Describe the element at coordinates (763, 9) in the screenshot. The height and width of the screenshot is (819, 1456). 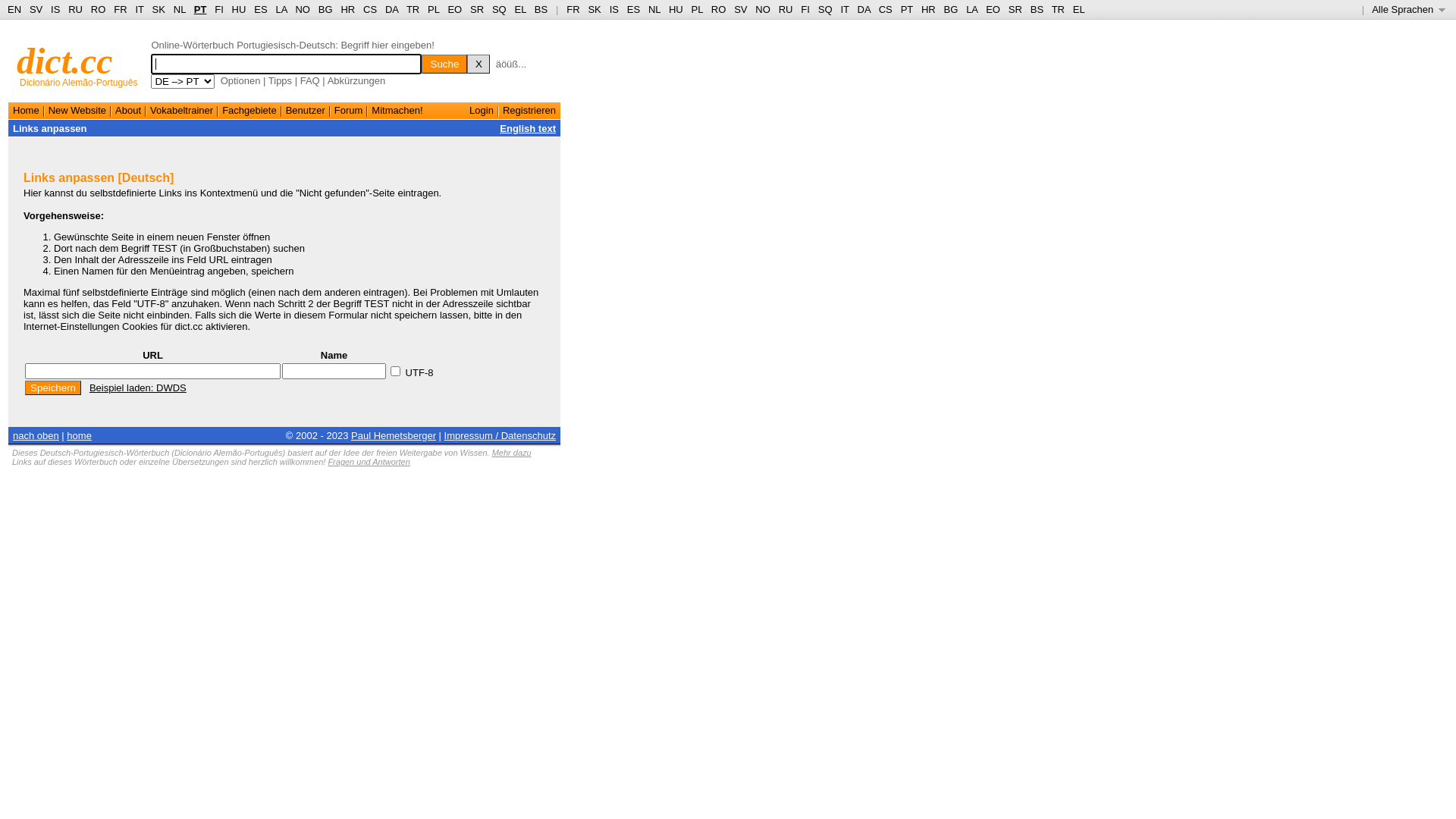
I see `'NO'` at that location.